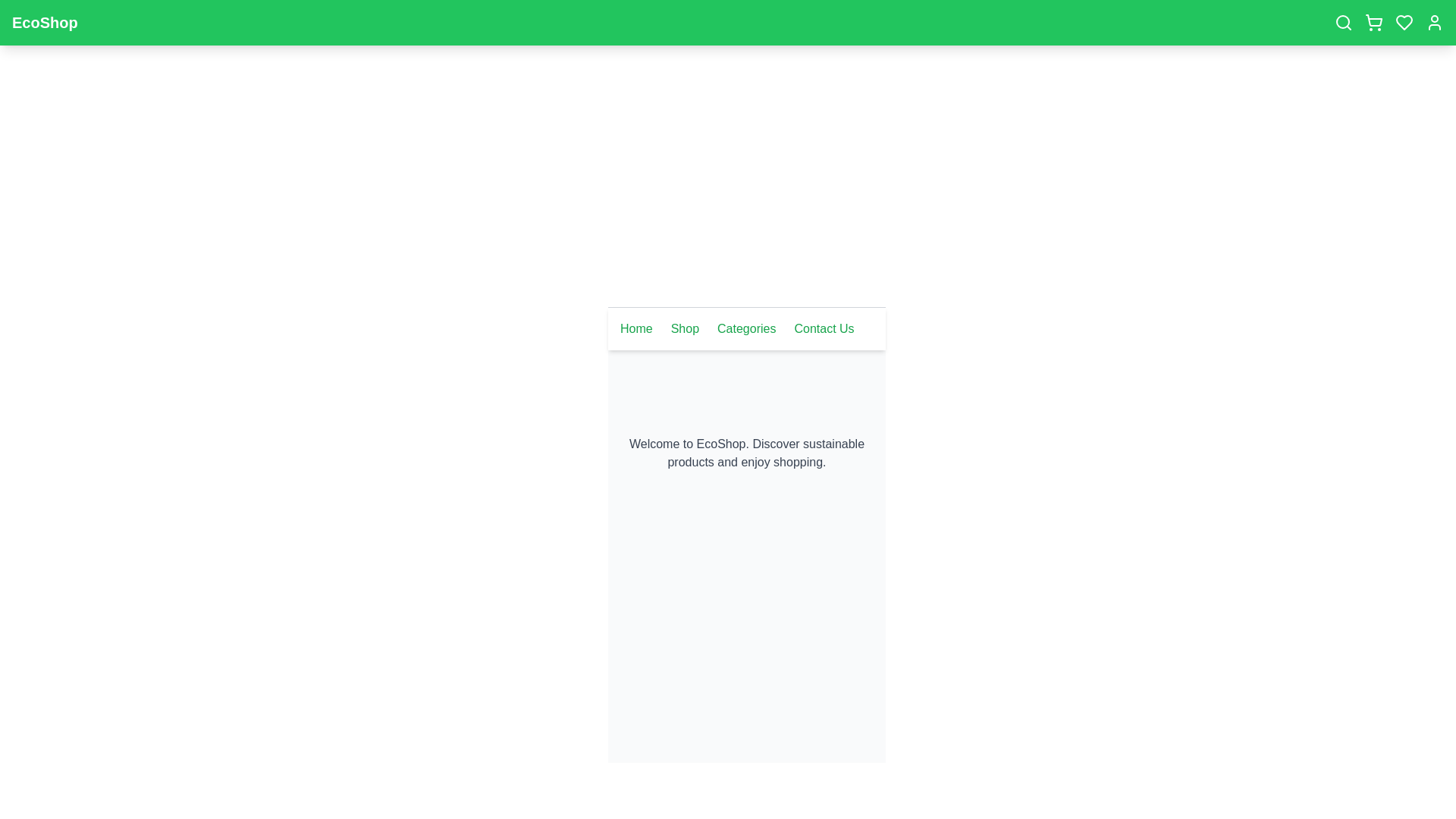 This screenshot has height=819, width=1456. Describe the element at coordinates (746, 328) in the screenshot. I see `the 'Categories' link in the navigation bar` at that location.